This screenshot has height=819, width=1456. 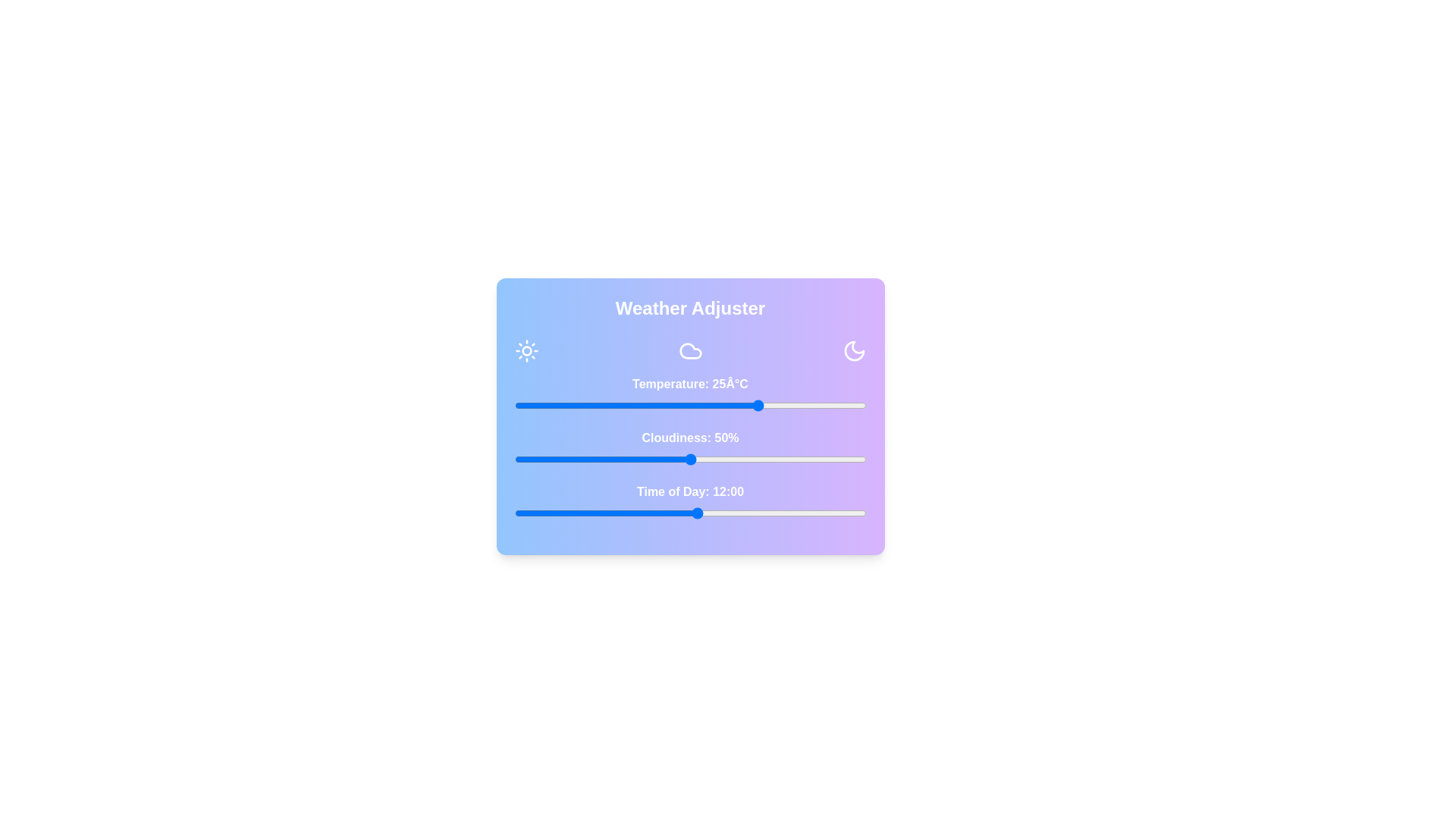 What do you see at coordinates (689, 405) in the screenshot?
I see `the thumb of the horizontal range slider, which is prominently blue and indicates the temperature value of 25°C` at bounding box center [689, 405].